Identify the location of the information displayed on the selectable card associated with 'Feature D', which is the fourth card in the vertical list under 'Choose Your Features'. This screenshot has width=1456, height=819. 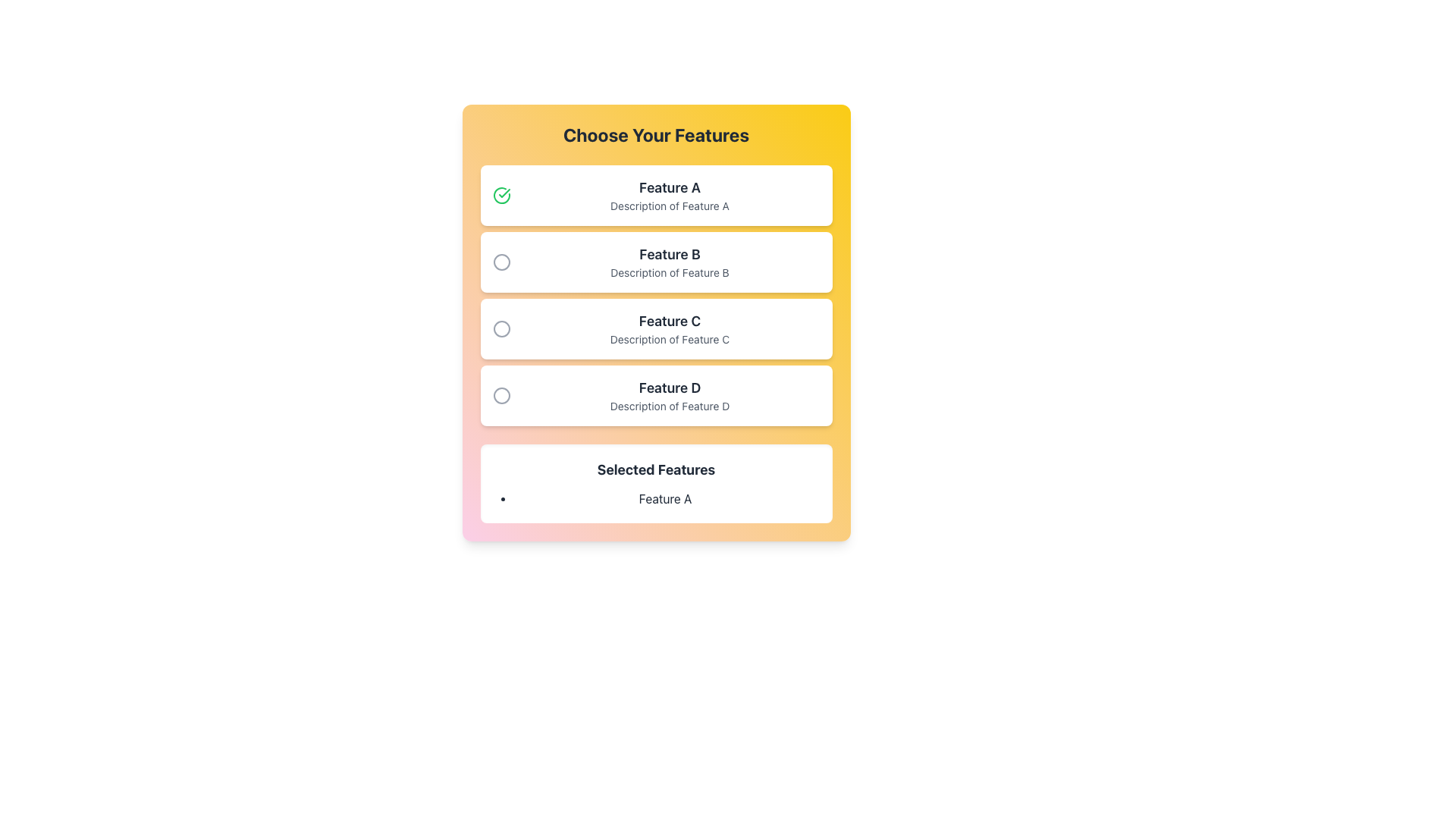
(656, 394).